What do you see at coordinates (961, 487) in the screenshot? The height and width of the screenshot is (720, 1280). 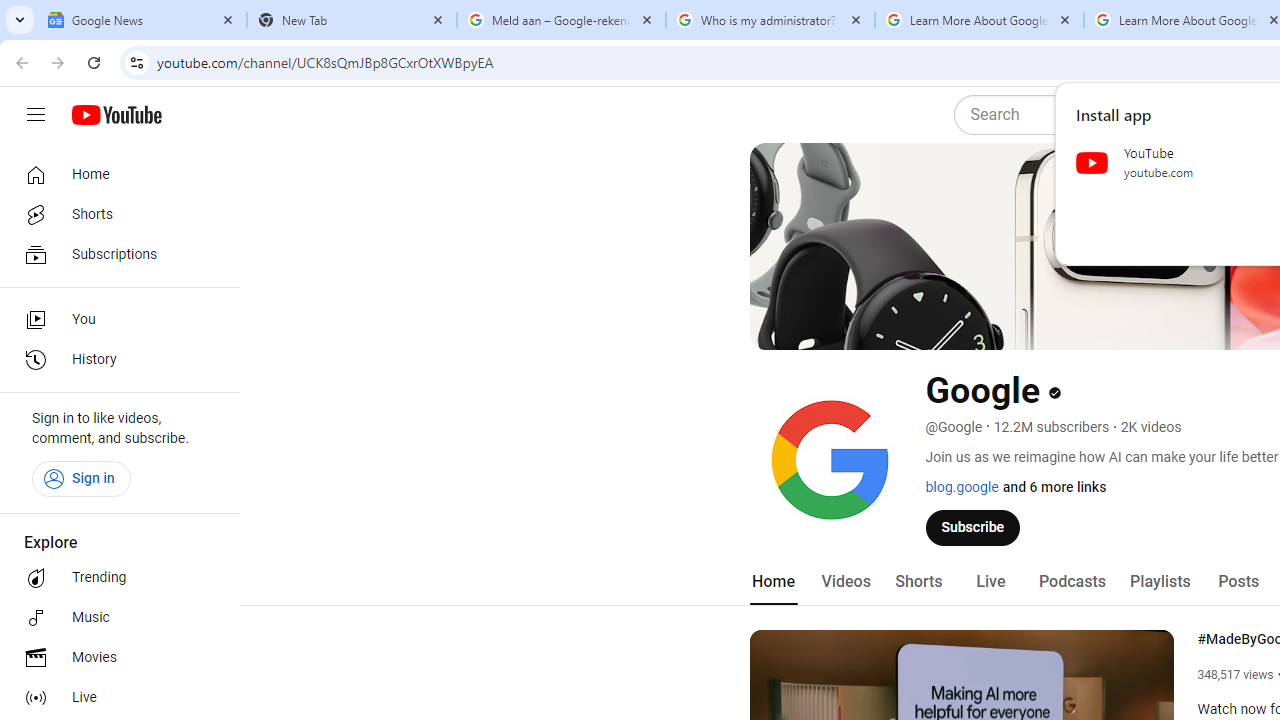 I see `'blog.google'` at bounding box center [961, 487].